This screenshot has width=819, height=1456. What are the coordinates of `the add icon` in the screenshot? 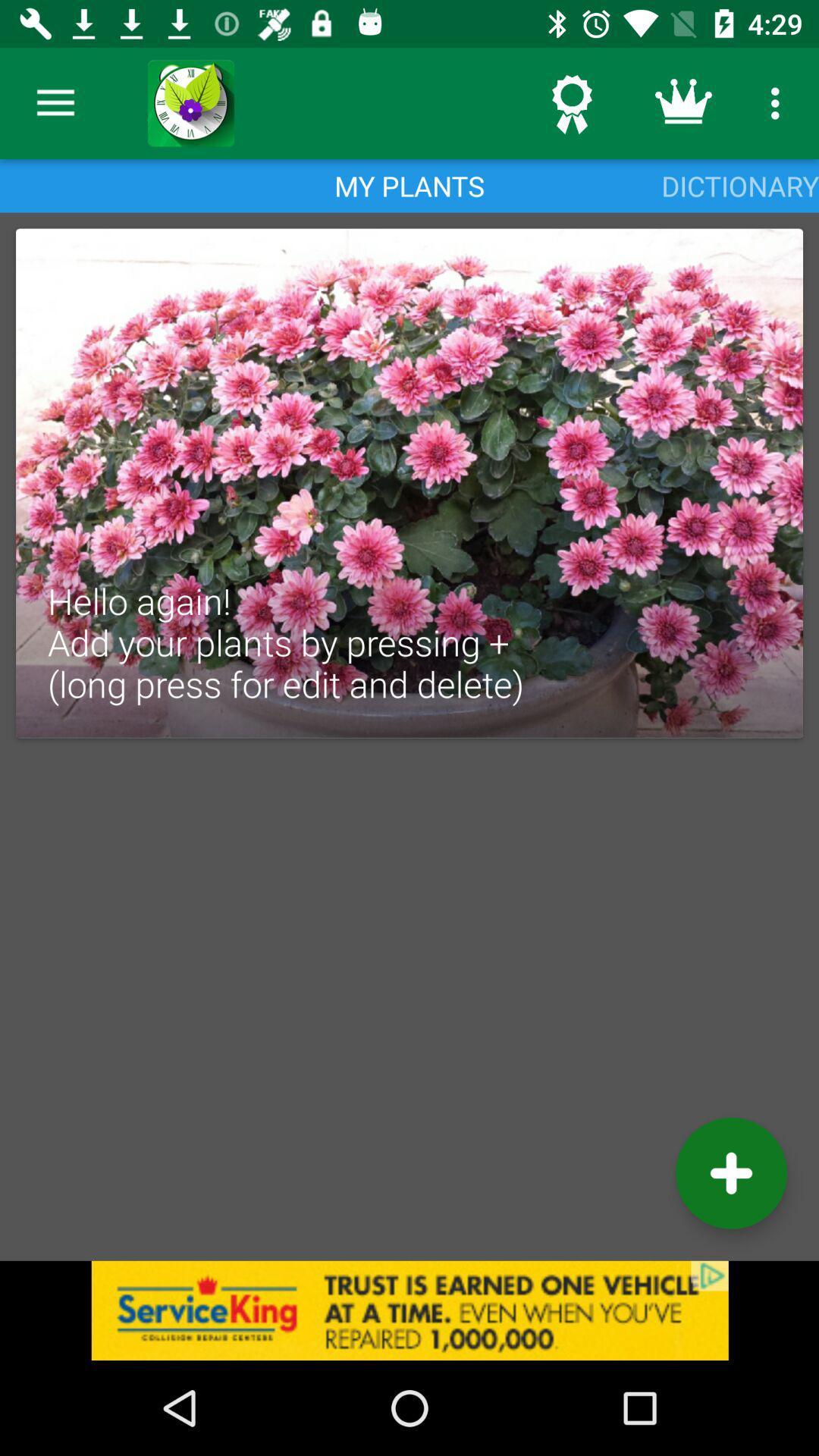 It's located at (730, 1172).